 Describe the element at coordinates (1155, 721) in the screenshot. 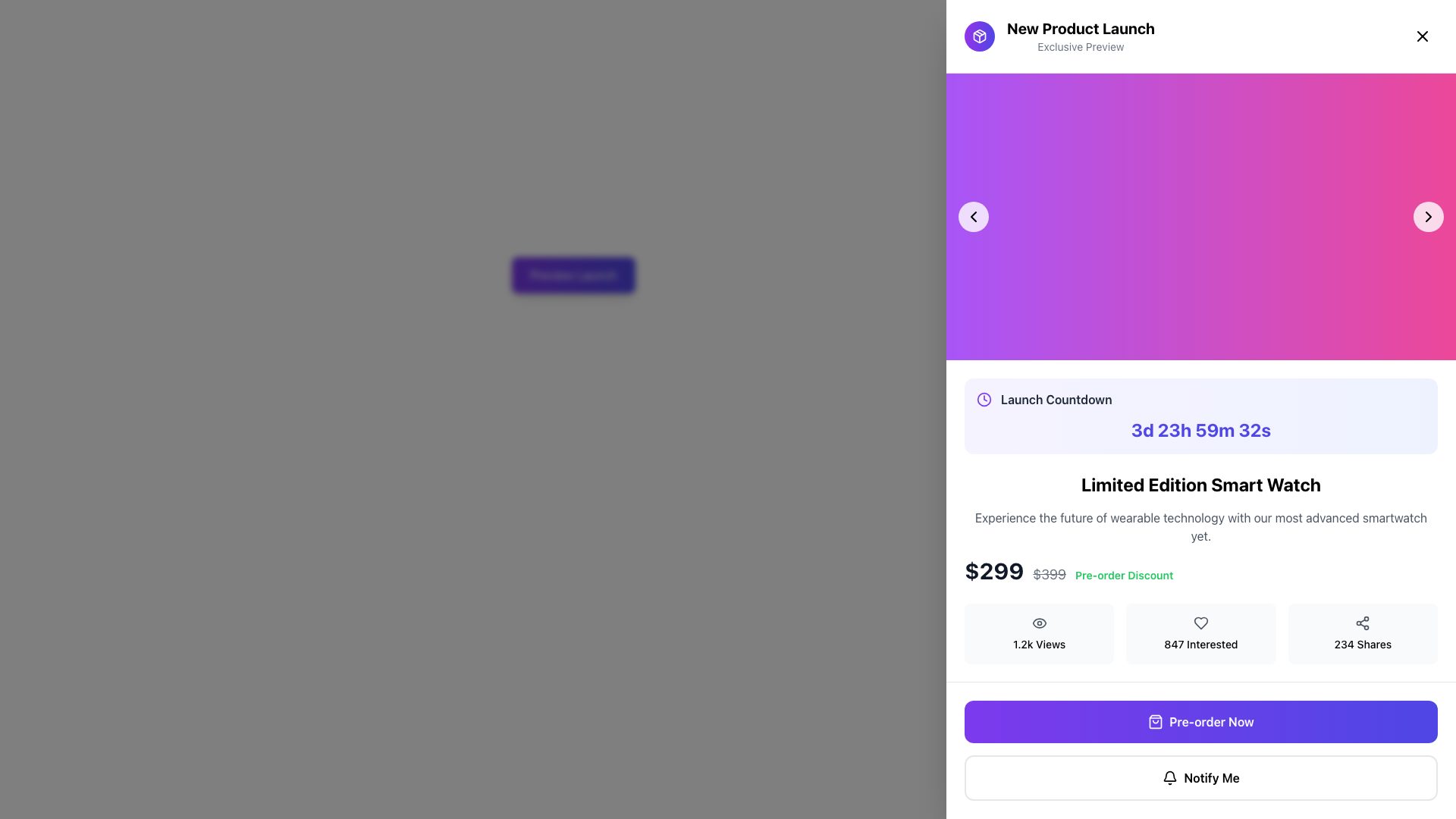

I see `the shopping bag icon located inside the 'Pre-order Now' button, positioned toward the left end of the button next to the text` at that location.